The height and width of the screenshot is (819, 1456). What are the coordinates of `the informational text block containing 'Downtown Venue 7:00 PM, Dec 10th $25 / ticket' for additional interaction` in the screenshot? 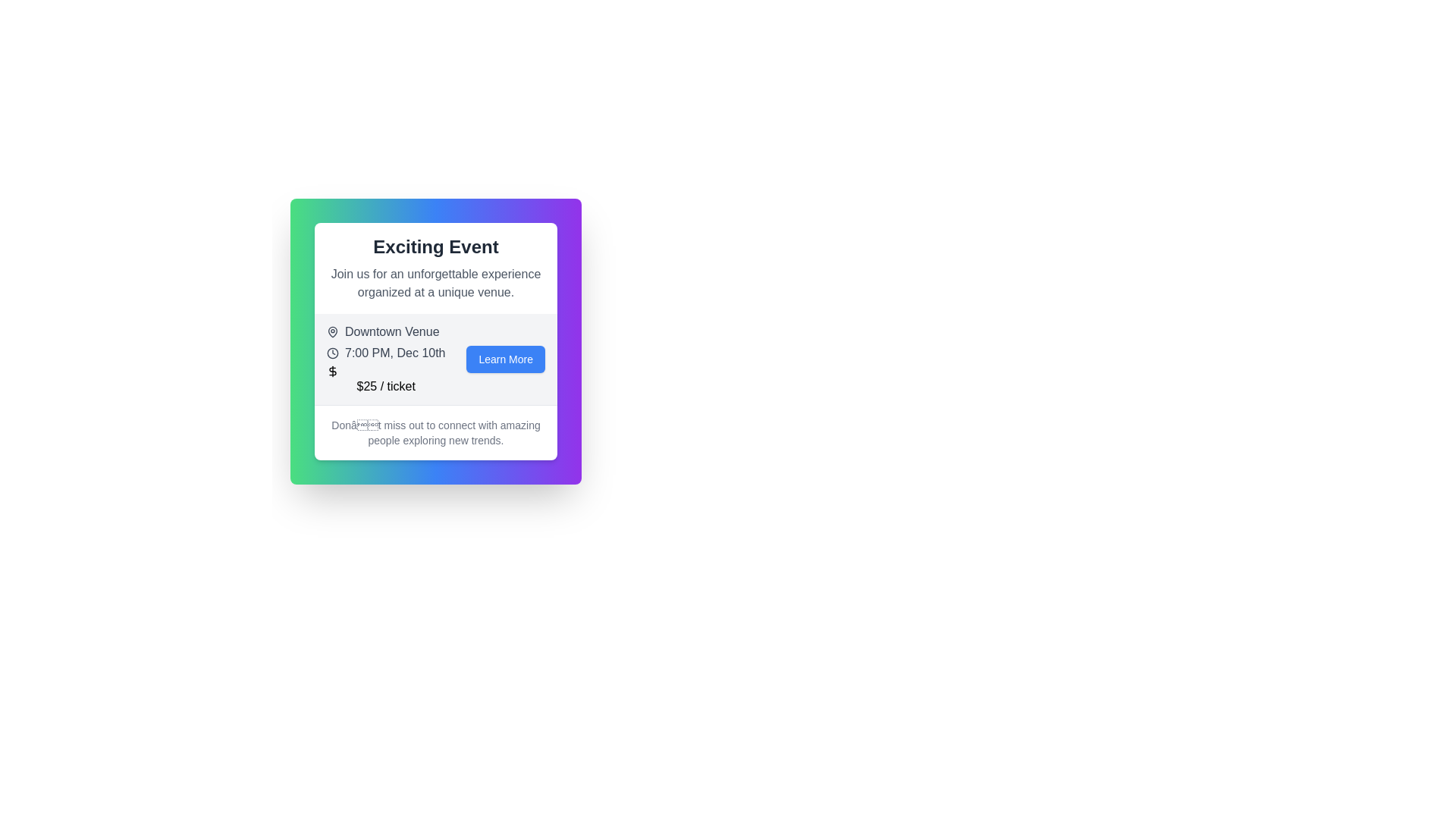 It's located at (386, 359).